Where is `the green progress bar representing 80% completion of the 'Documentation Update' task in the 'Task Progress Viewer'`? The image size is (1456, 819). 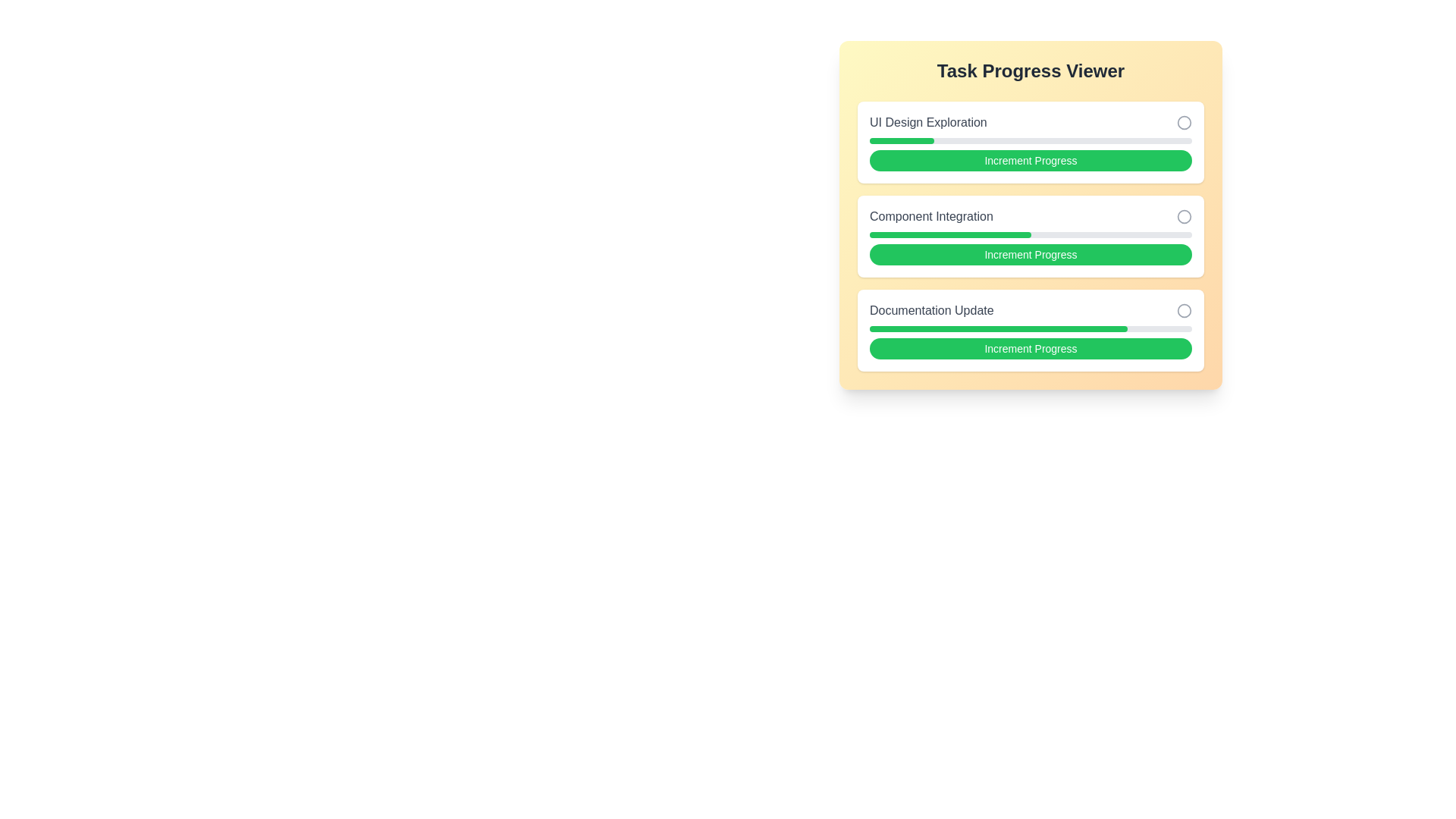
the green progress bar representing 80% completion of the 'Documentation Update' task in the 'Task Progress Viewer' is located at coordinates (998, 328).